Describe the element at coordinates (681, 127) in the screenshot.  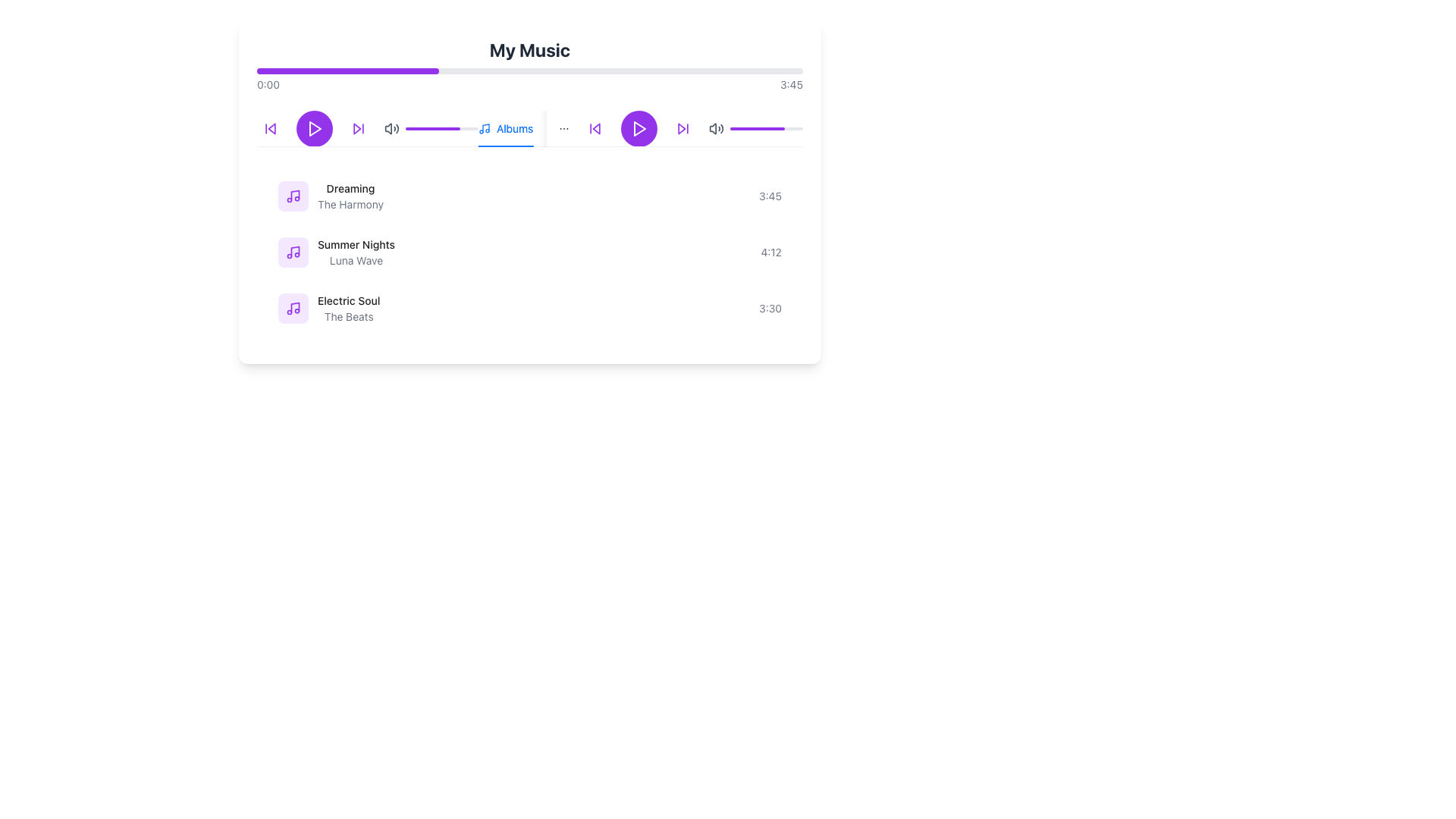
I see `the triangular skip-forward button, which is the leftmost graphic element of the music playback controls located in the top toolbar area` at that location.